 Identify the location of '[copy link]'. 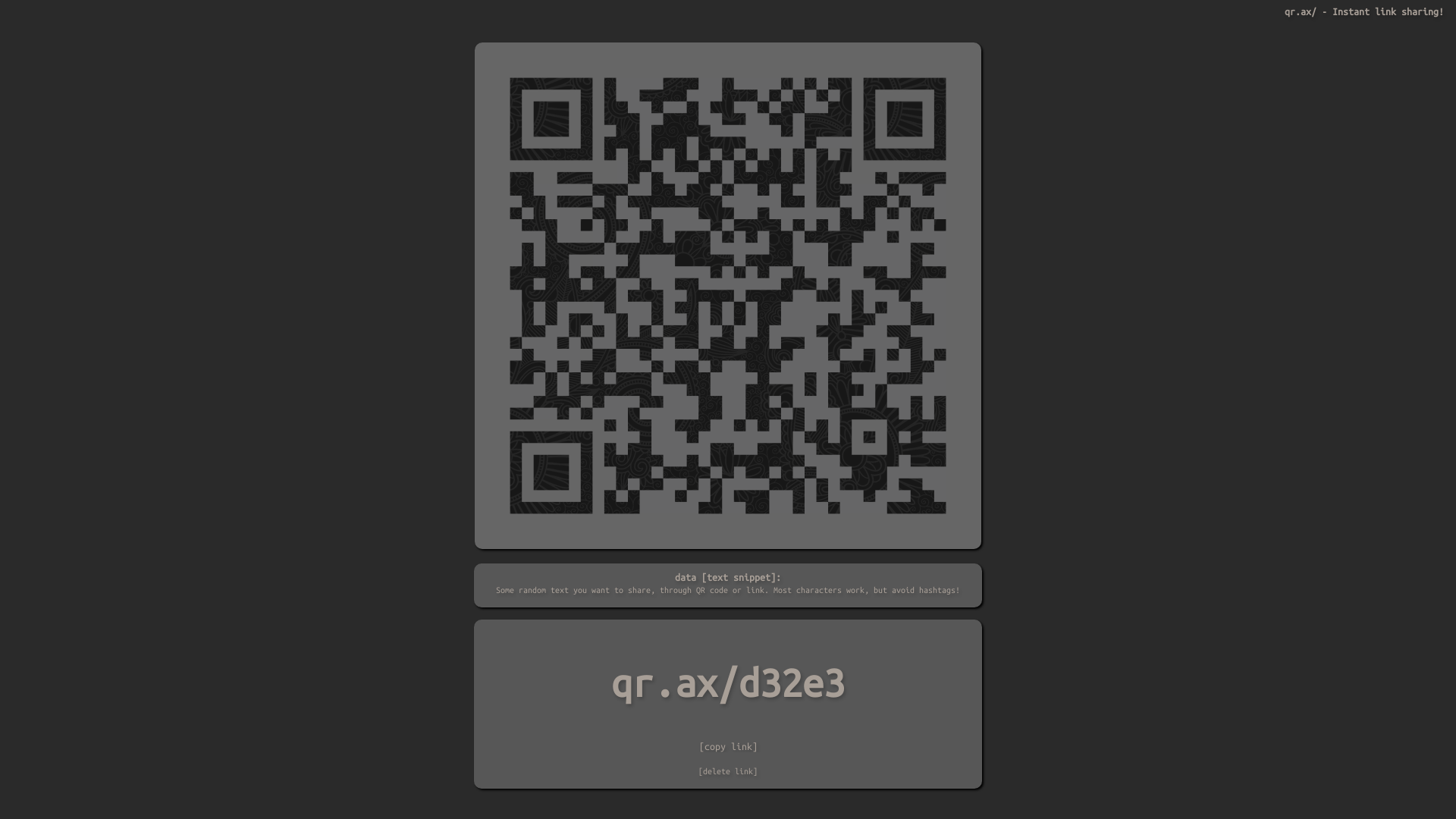
(728, 745).